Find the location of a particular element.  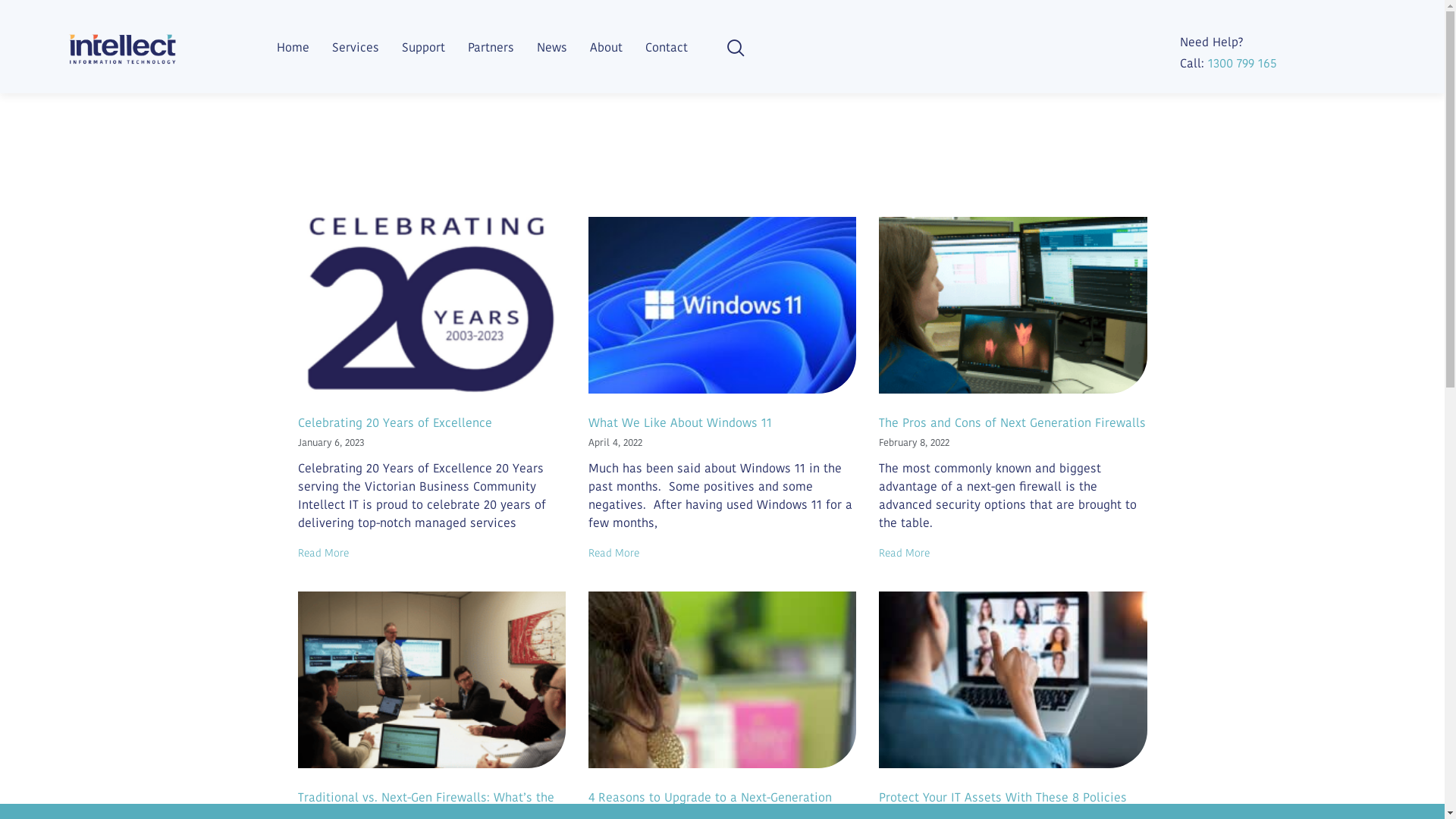

'About' is located at coordinates (605, 46).